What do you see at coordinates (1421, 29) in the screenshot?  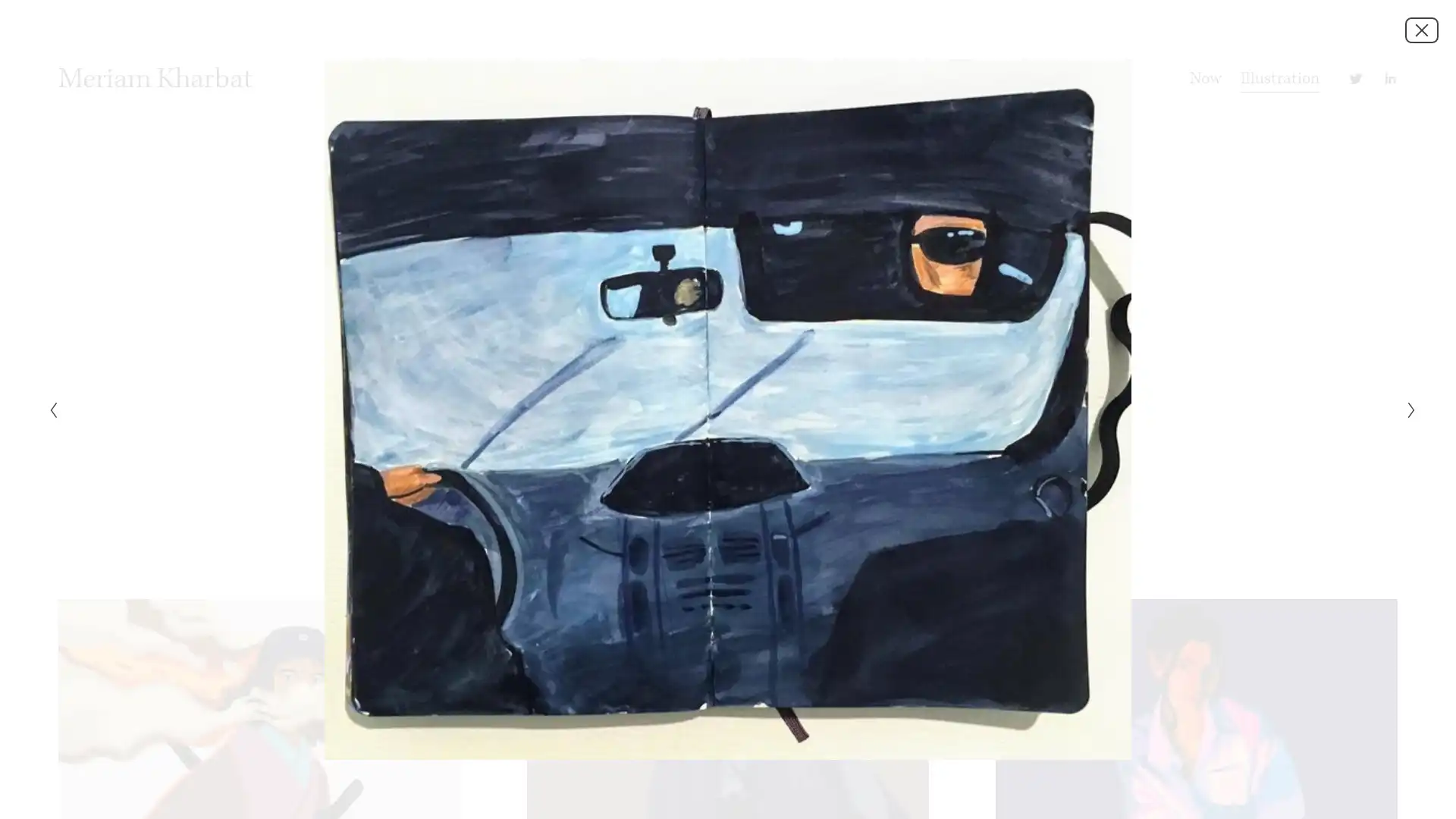 I see `Close` at bounding box center [1421, 29].